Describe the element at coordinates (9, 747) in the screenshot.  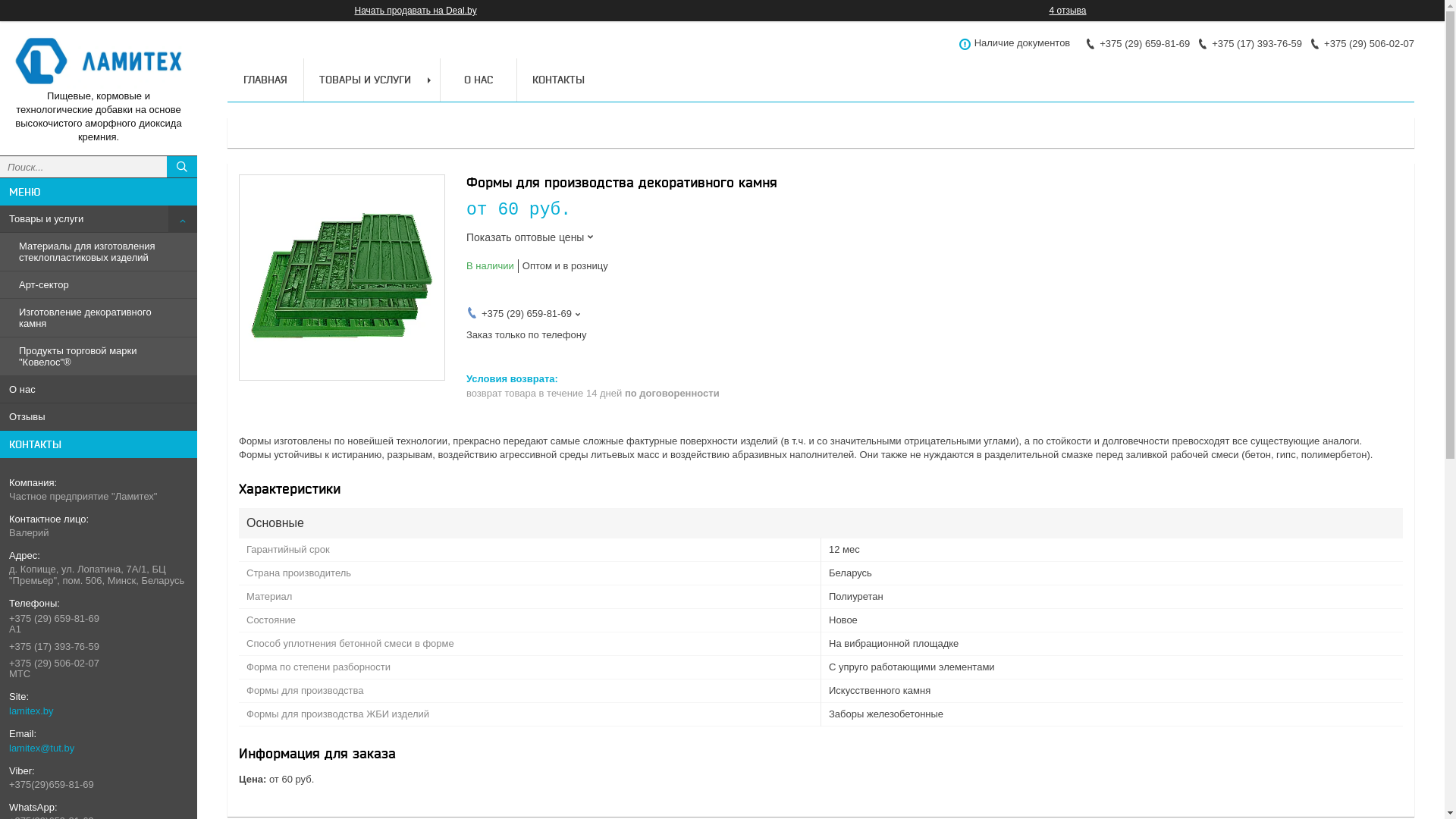
I see `'lamitex@tut.by'` at that location.